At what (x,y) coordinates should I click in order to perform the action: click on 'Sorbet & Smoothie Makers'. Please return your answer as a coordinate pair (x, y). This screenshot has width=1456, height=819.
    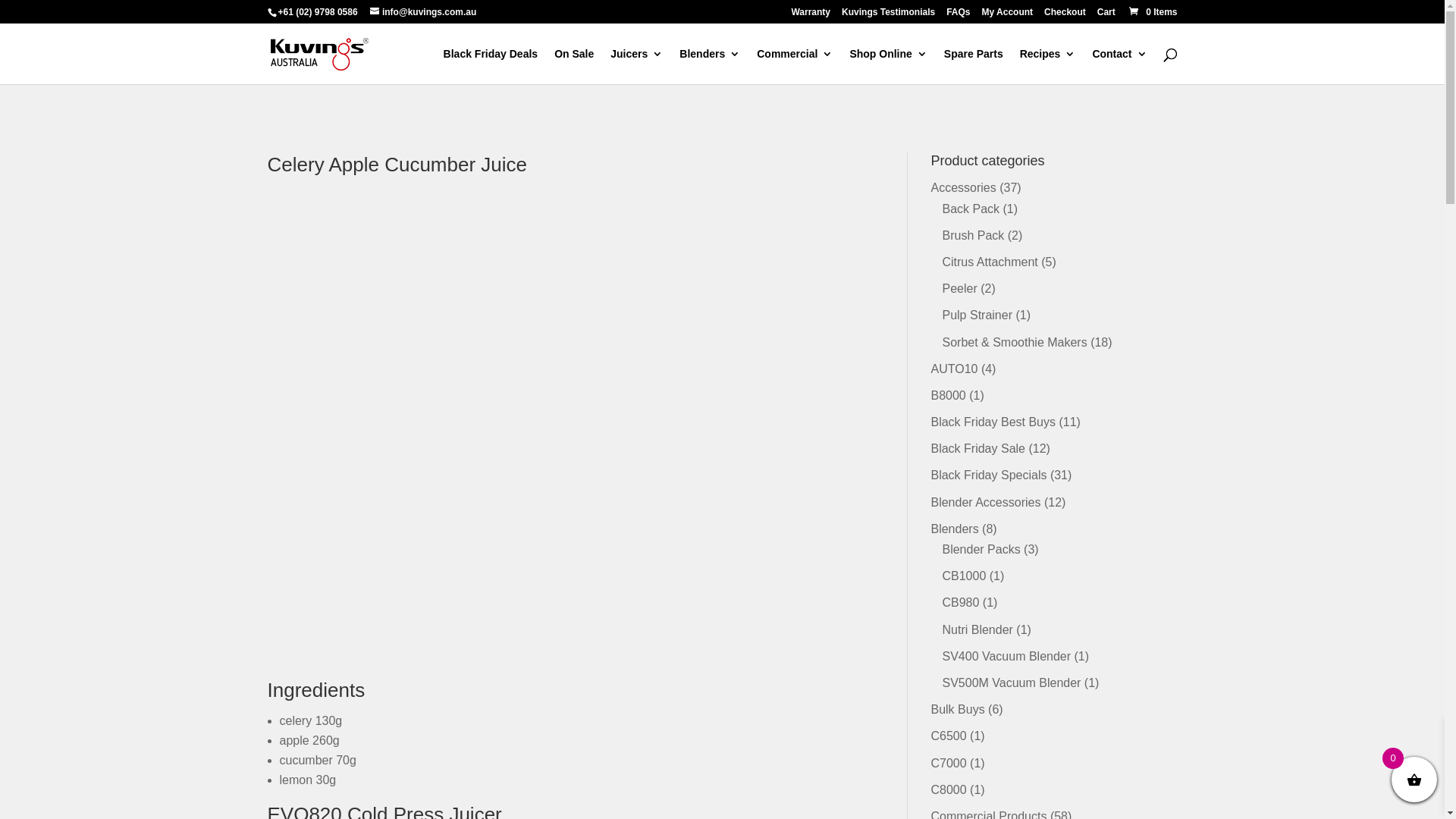
    Looking at the image, I should click on (1014, 342).